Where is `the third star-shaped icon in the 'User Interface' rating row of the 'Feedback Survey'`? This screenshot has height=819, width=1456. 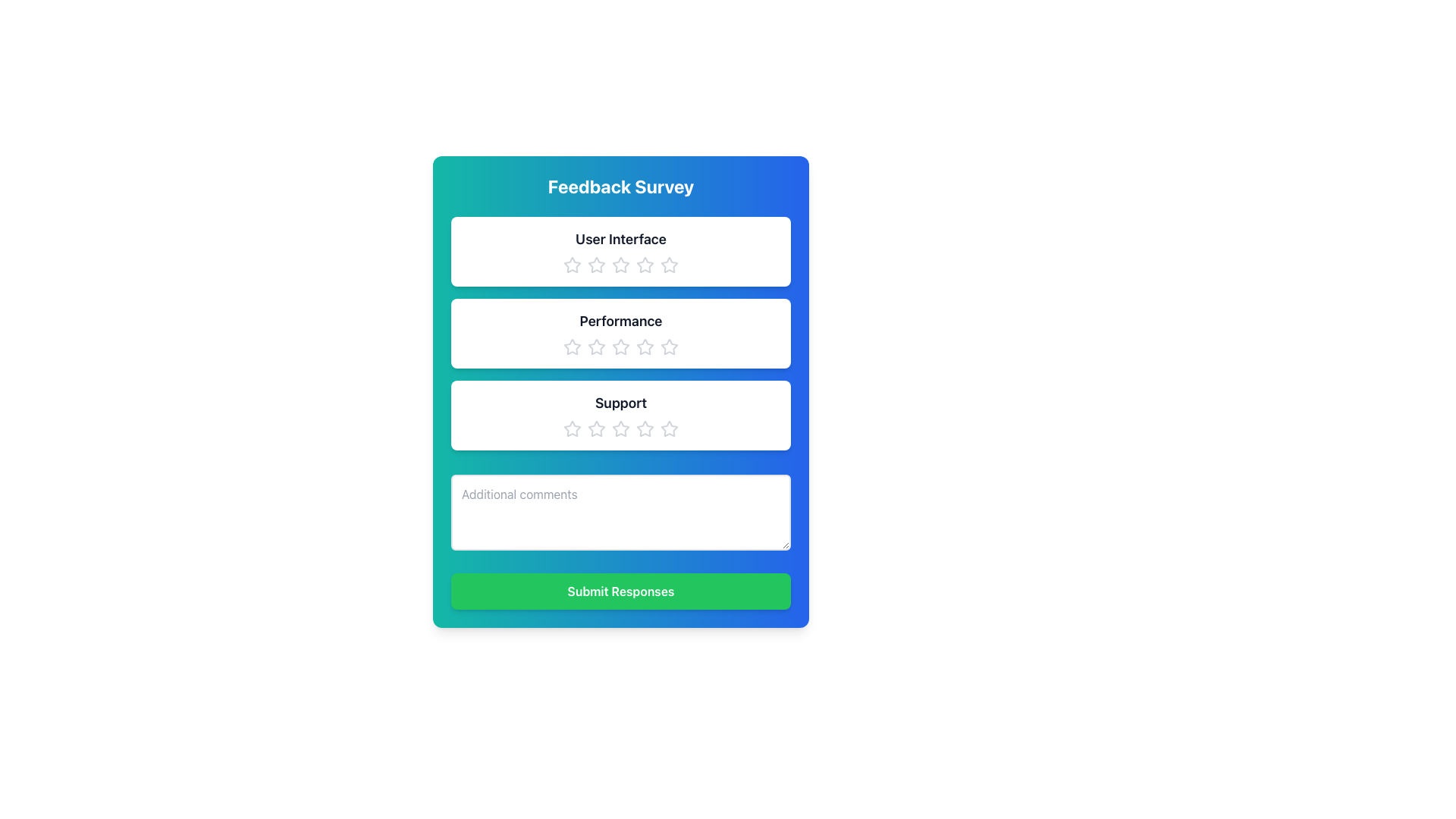
the third star-shaped icon in the 'User Interface' rating row of the 'Feedback Survey' is located at coordinates (621, 264).